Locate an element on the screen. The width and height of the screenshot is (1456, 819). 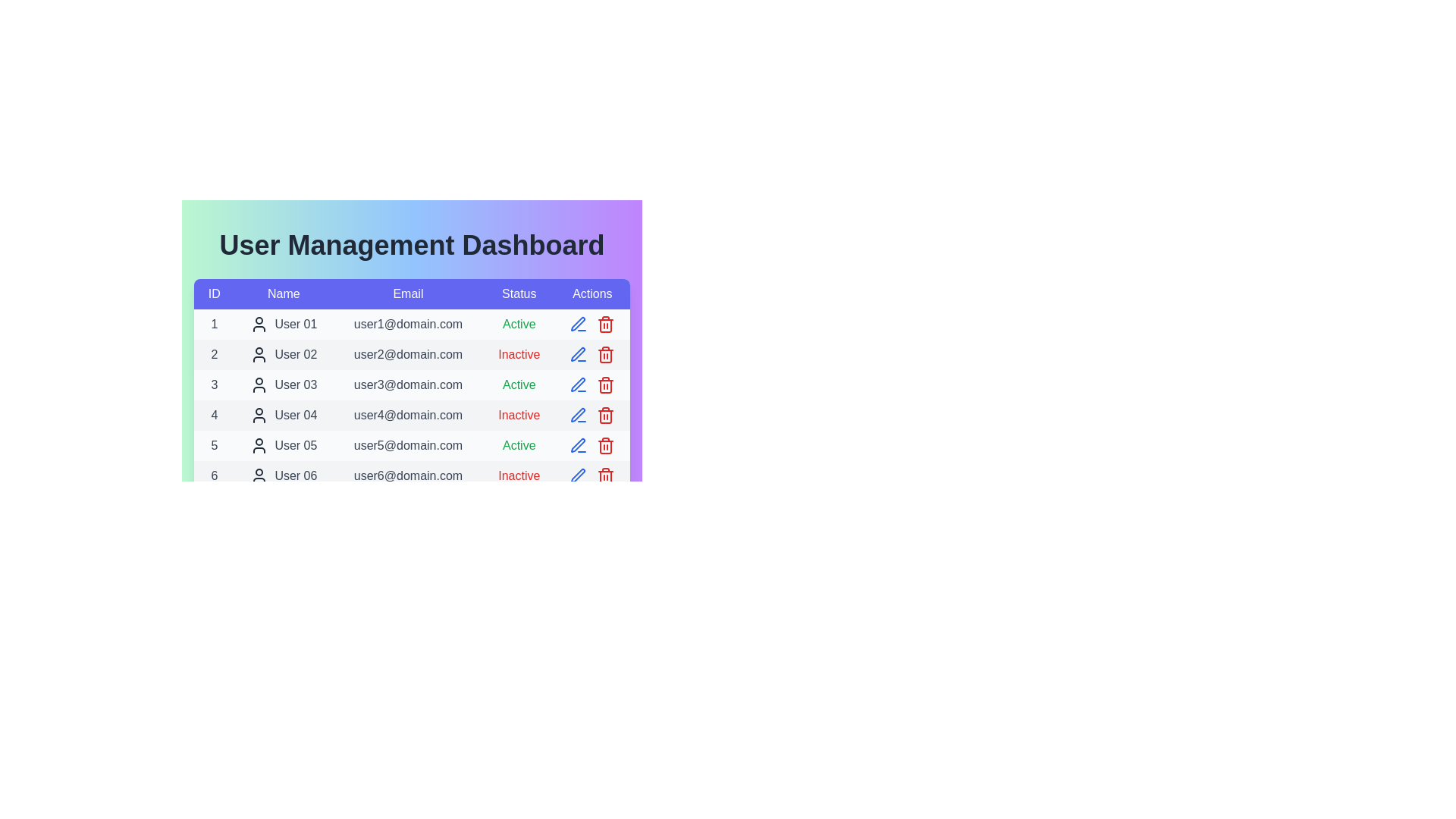
the edit icon for the user with ID 2 is located at coordinates (578, 354).